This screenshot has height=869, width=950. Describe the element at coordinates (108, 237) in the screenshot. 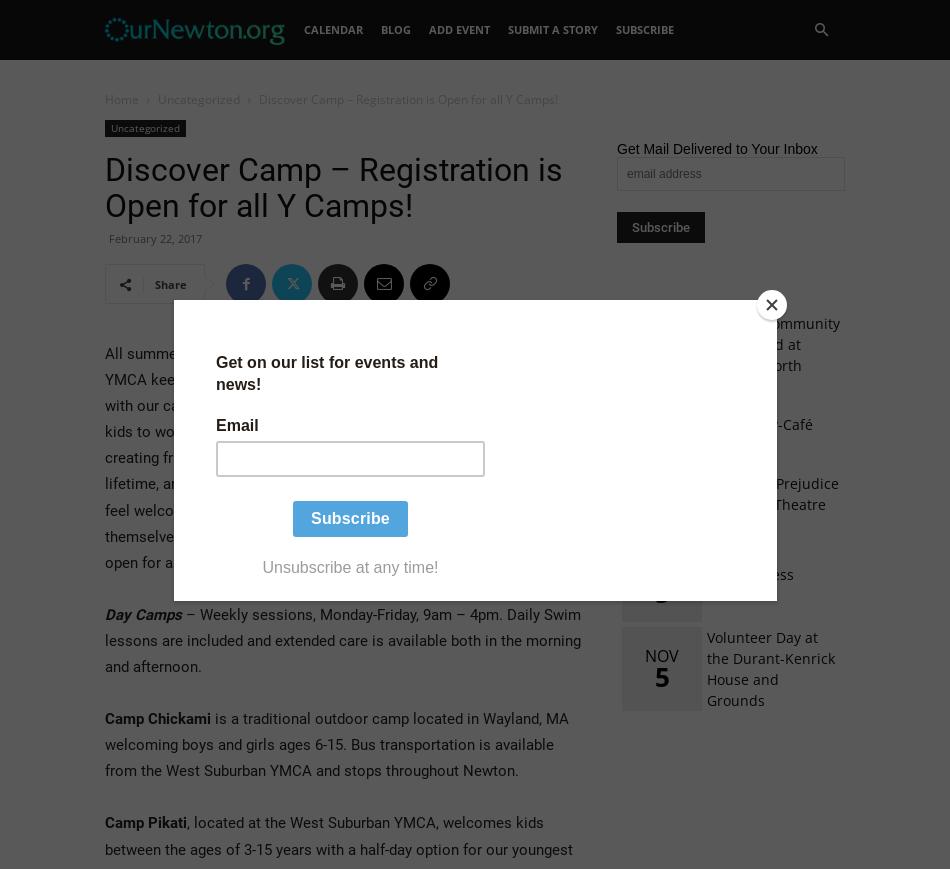

I see `'February 22, 2017'` at that location.